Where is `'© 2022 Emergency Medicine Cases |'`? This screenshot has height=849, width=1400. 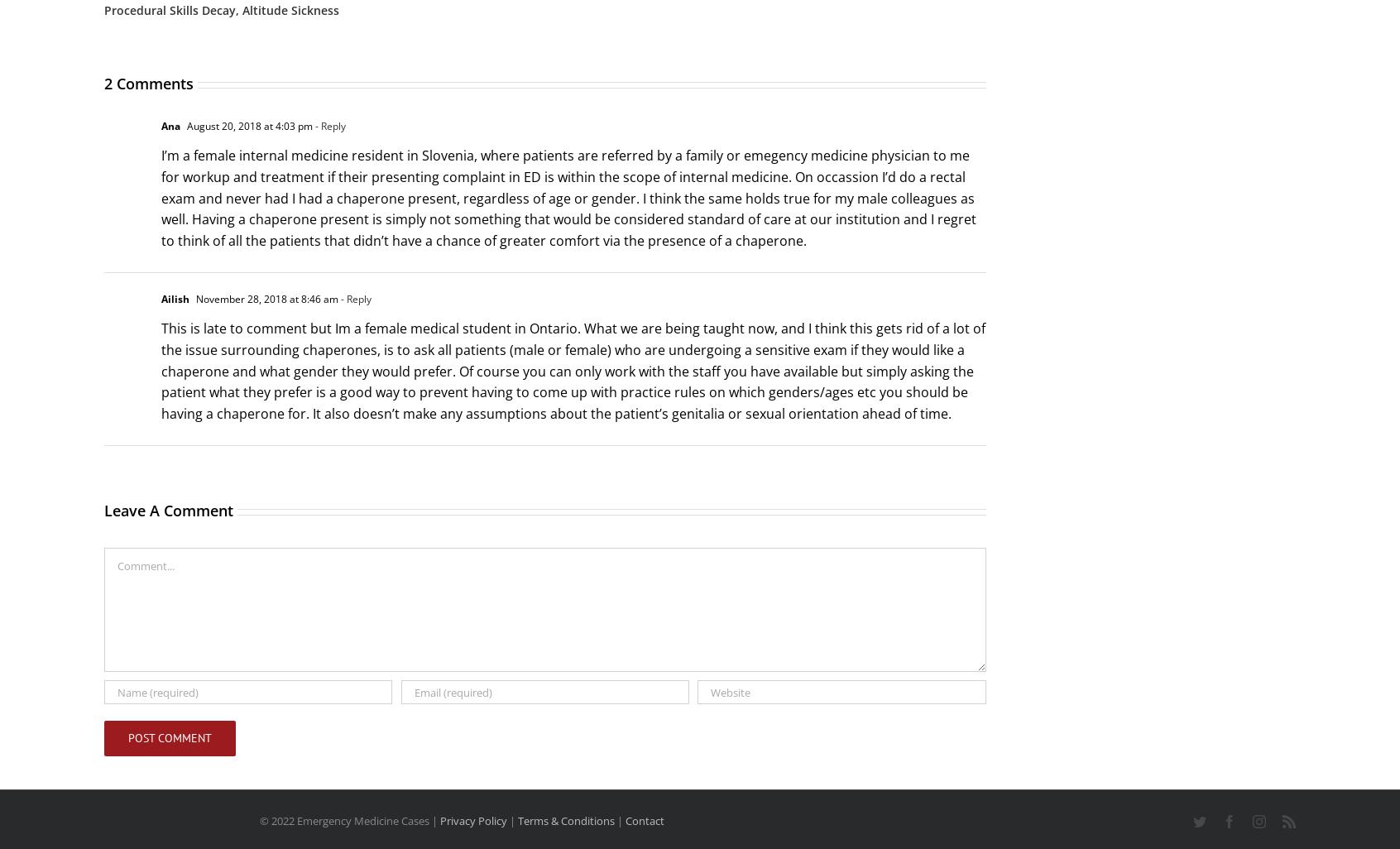 '© 2022 Emergency Medicine Cases |' is located at coordinates (348, 820).